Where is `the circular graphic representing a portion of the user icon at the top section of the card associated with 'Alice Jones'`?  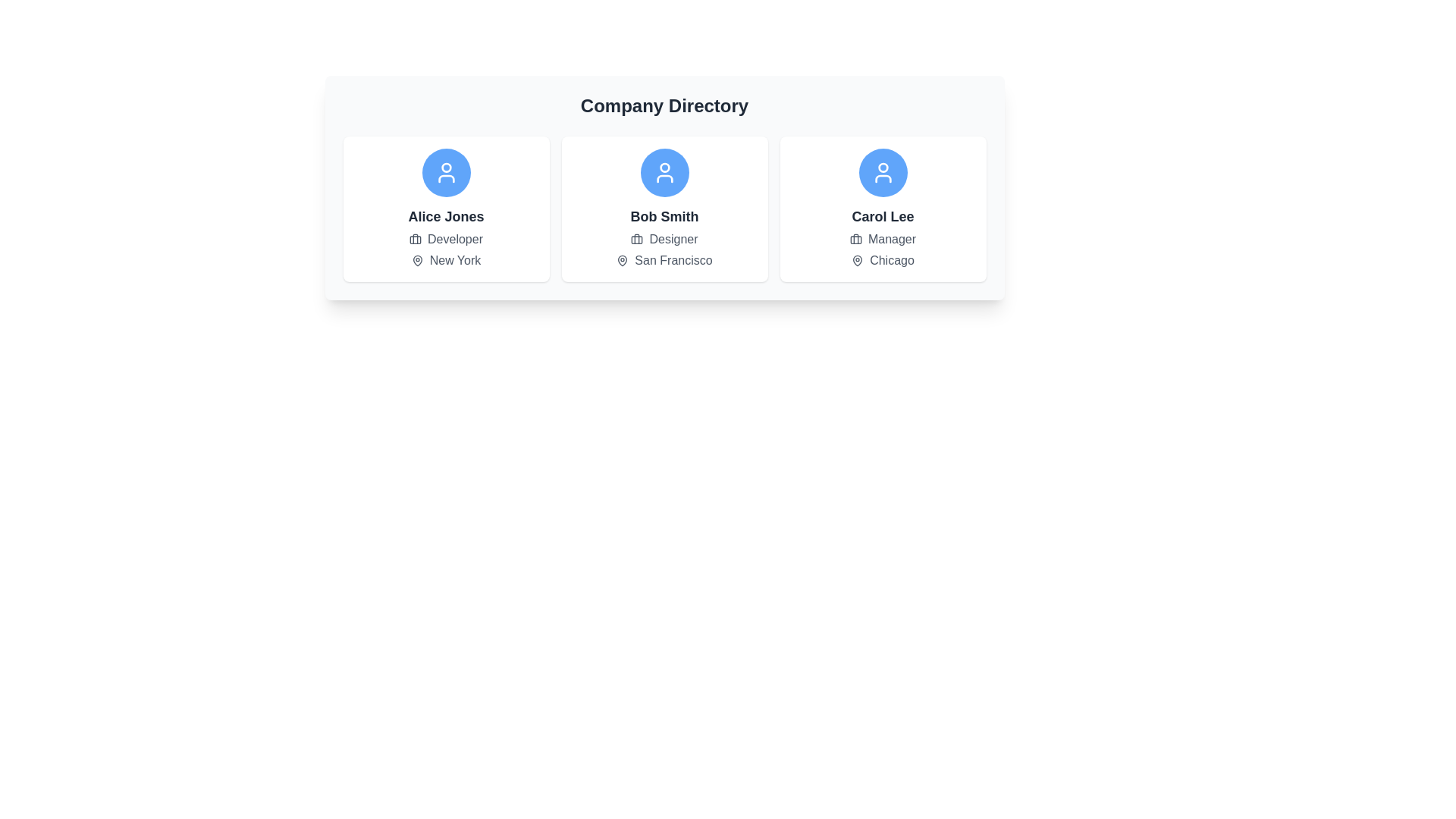 the circular graphic representing a portion of the user icon at the top section of the card associated with 'Alice Jones' is located at coordinates (445, 168).